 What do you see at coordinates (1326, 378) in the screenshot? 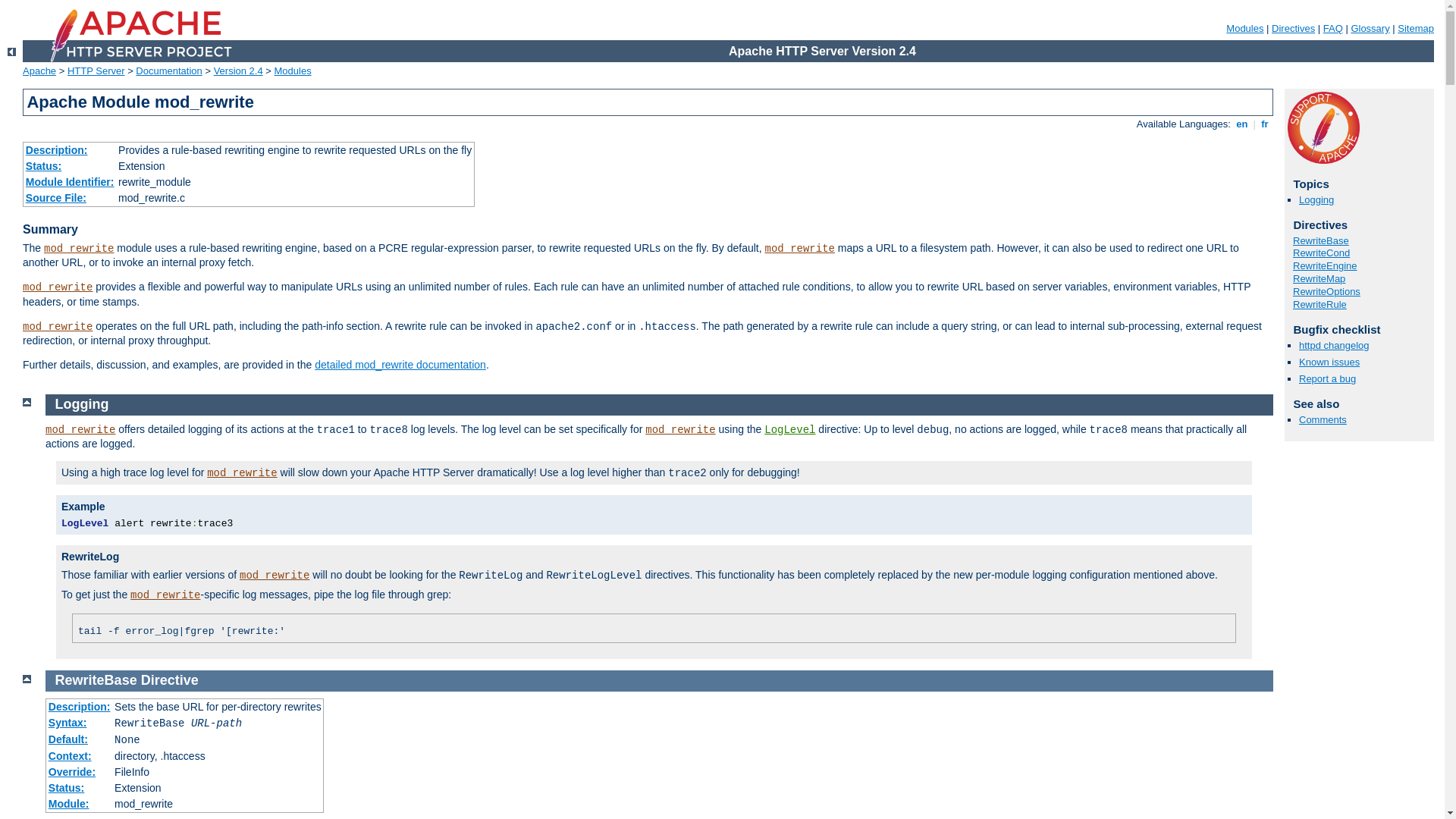
I see `'Report a bug'` at bounding box center [1326, 378].